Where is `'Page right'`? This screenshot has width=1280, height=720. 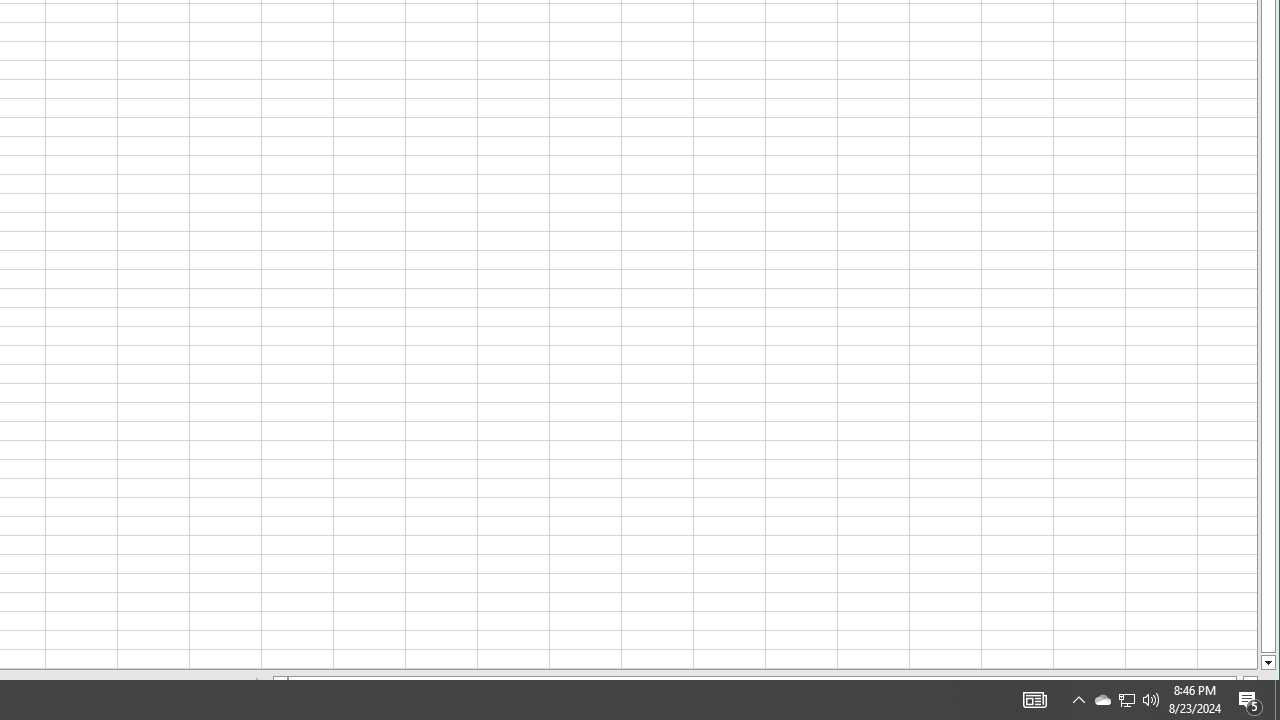
'Page right' is located at coordinates (1238, 682).